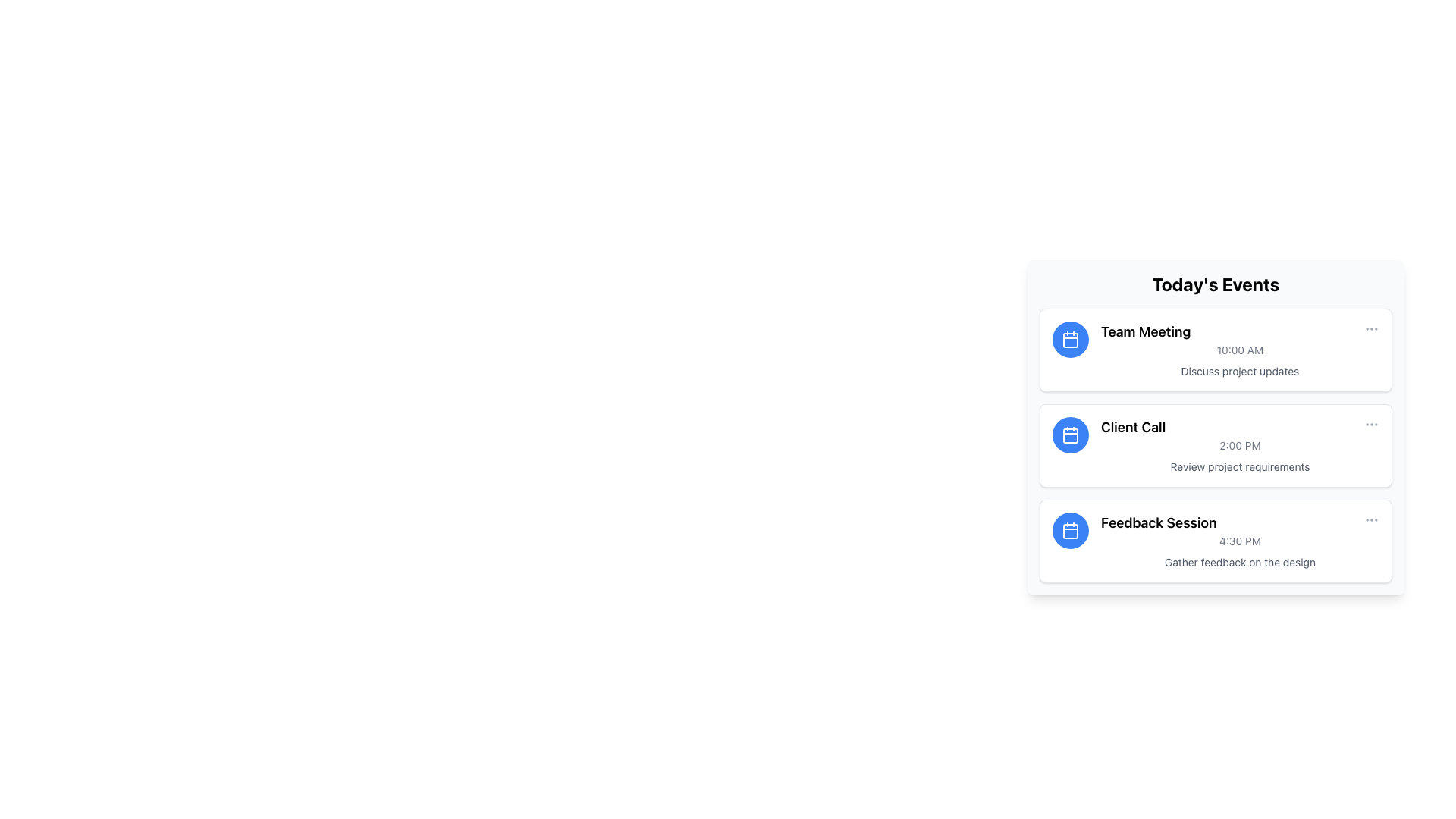 The image size is (1456, 819). Describe the element at coordinates (1146, 331) in the screenshot. I see `the bold text label displaying 'Team Meeting' located in the top-left region of the first event card under 'Today's Events'` at that location.